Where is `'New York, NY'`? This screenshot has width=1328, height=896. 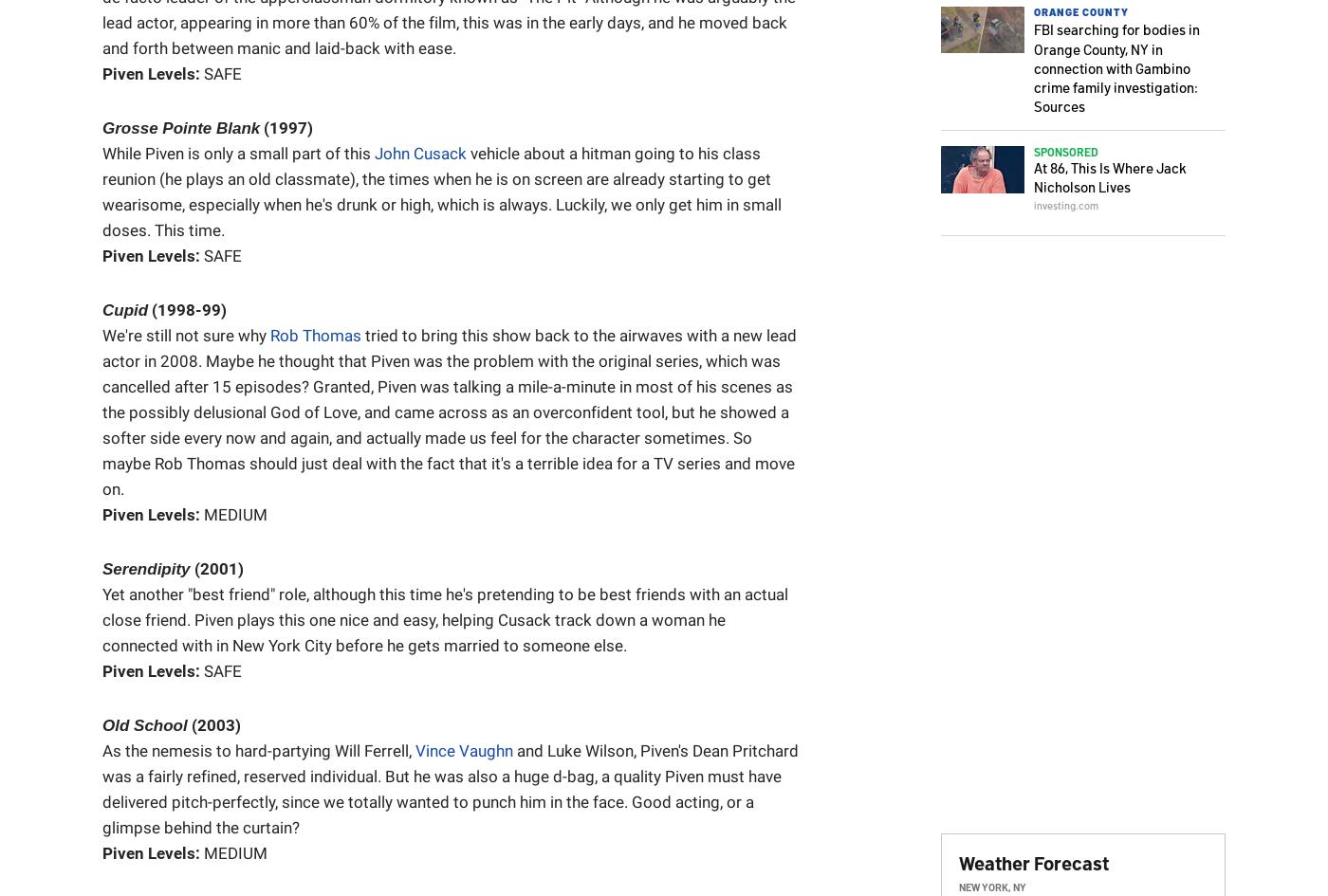
'New York, NY' is located at coordinates (992, 885).